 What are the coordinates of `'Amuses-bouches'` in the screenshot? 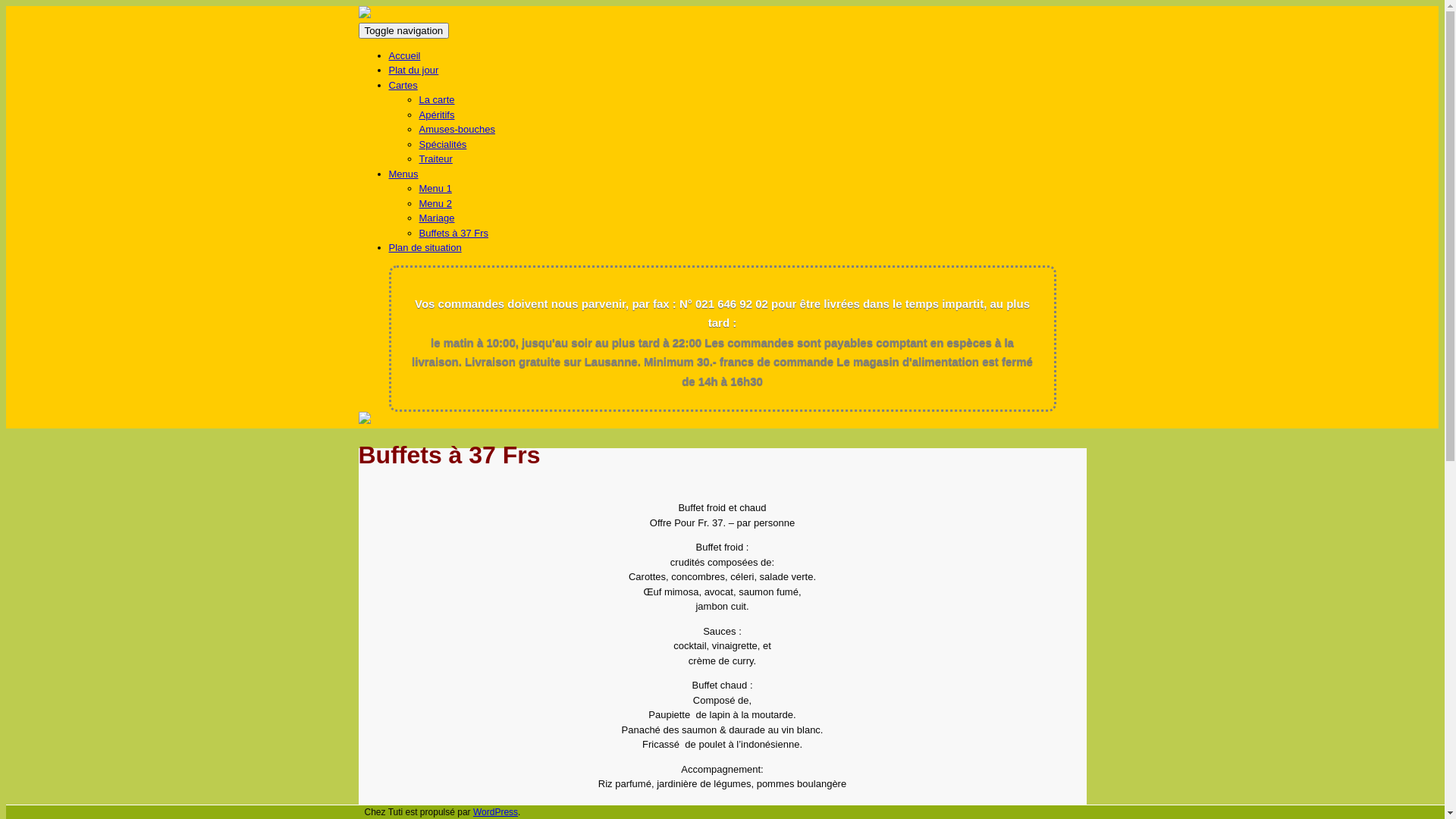 It's located at (455, 128).